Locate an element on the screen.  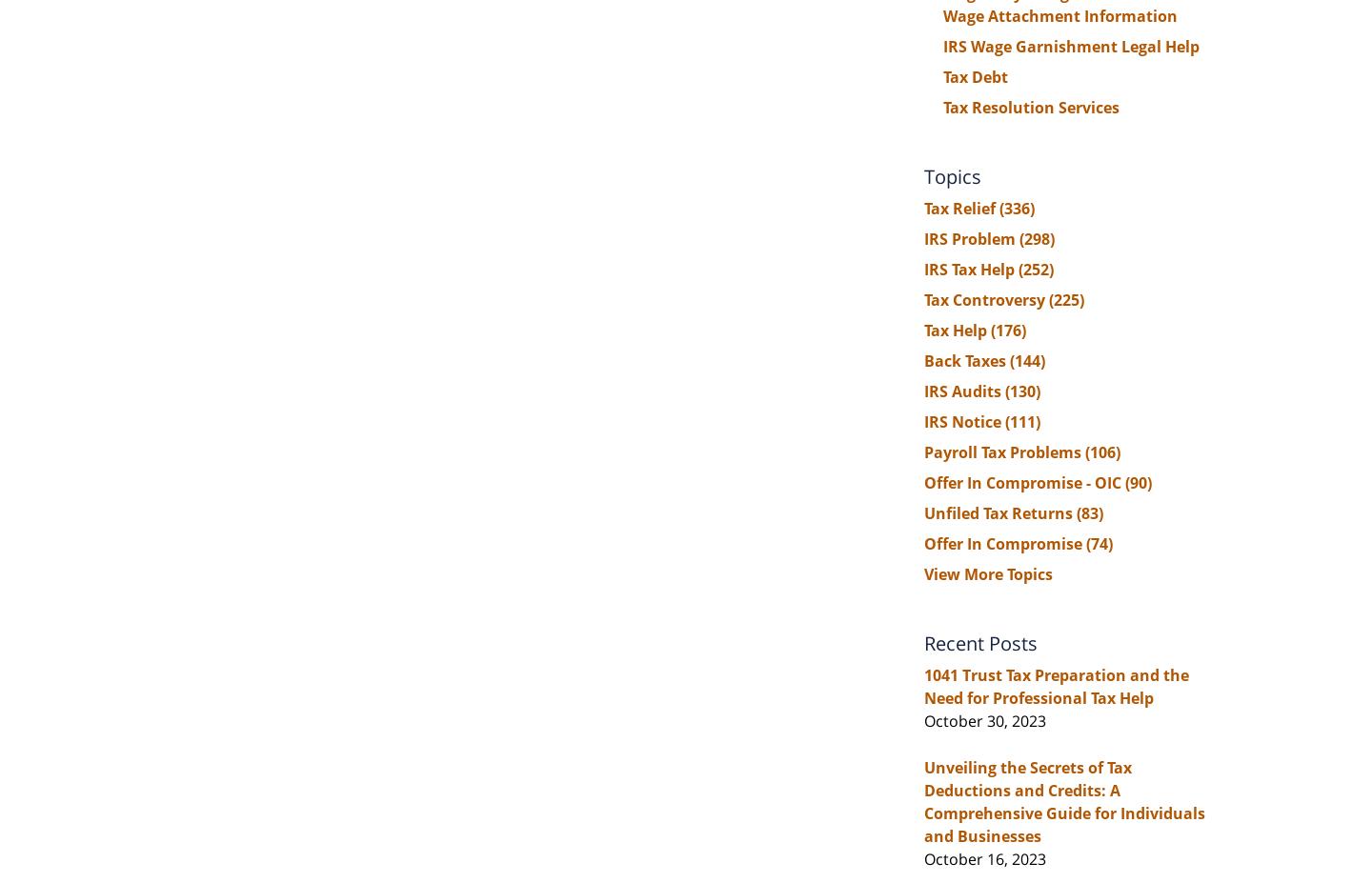
'Recent Posts' is located at coordinates (980, 641).